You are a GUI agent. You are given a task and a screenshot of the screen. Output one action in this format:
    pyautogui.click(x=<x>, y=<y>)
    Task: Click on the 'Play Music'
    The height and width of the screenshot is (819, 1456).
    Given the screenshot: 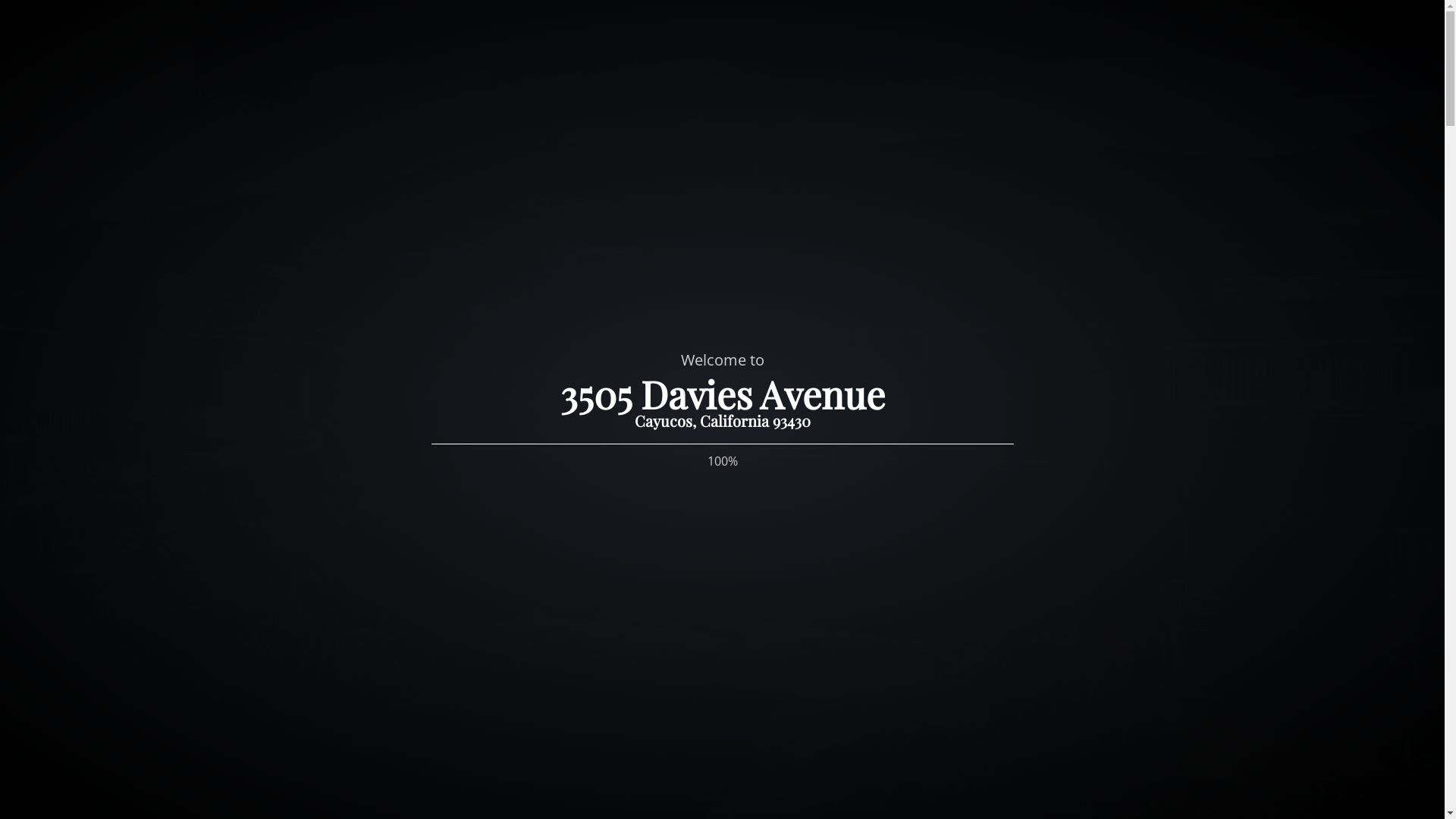 What is the action you would take?
    pyautogui.click(x=1421, y=20)
    